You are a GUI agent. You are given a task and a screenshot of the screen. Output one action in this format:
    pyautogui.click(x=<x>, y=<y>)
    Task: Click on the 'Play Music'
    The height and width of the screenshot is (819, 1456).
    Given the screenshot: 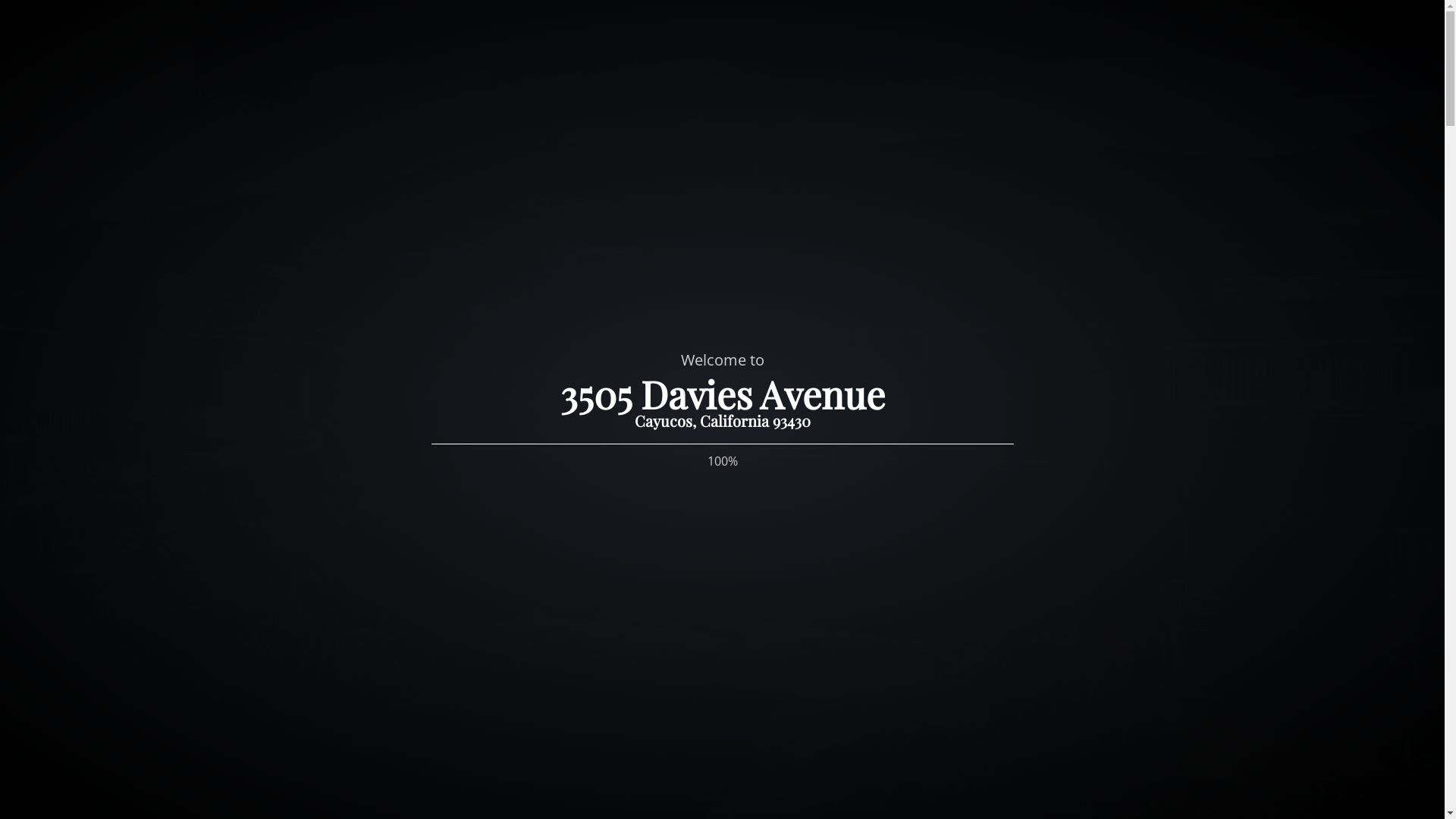 What is the action you would take?
    pyautogui.click(x=1421, y=20)
    